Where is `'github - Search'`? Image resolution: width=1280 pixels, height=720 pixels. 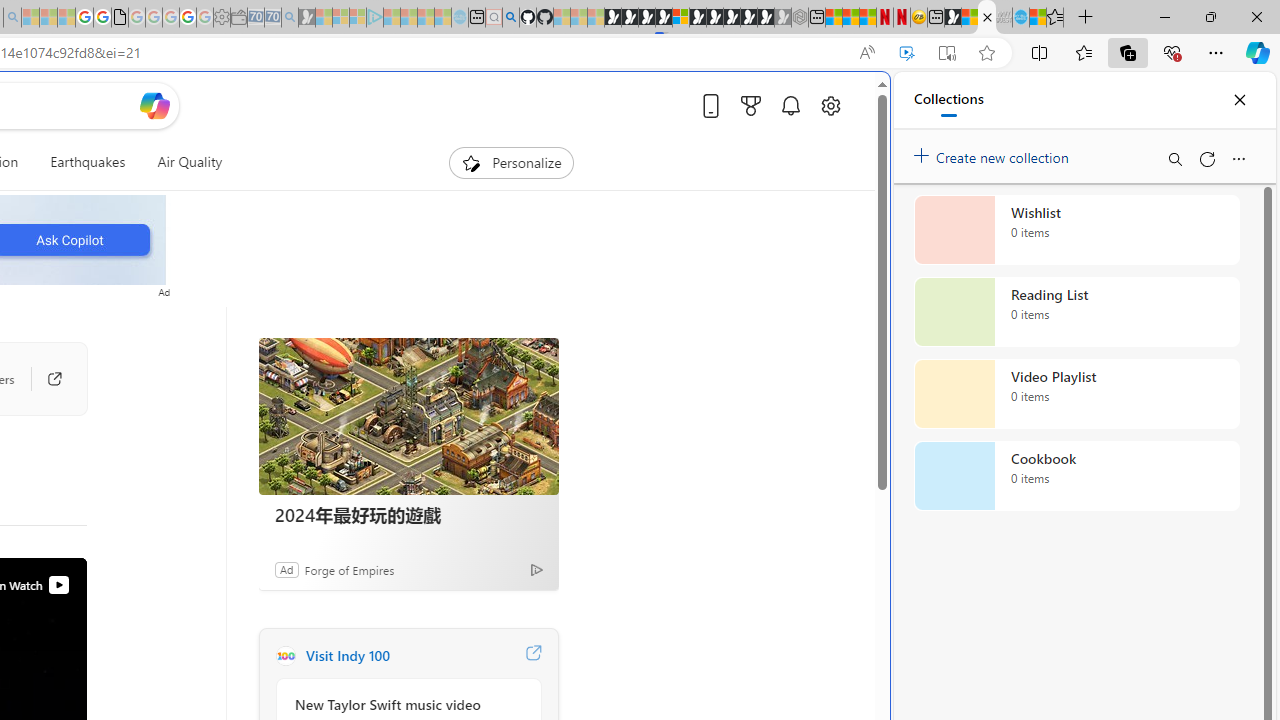
'github - Search' is located at coordinates (510, 17).